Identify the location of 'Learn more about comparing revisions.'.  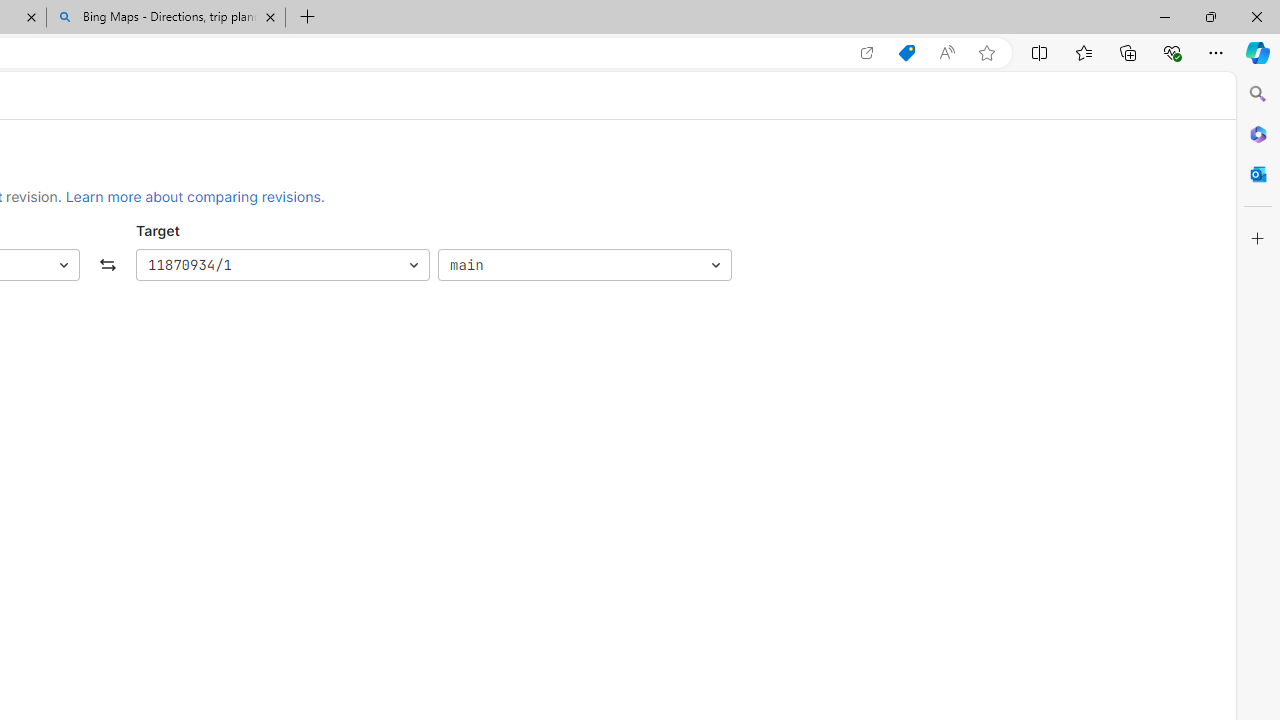
(195, 196).